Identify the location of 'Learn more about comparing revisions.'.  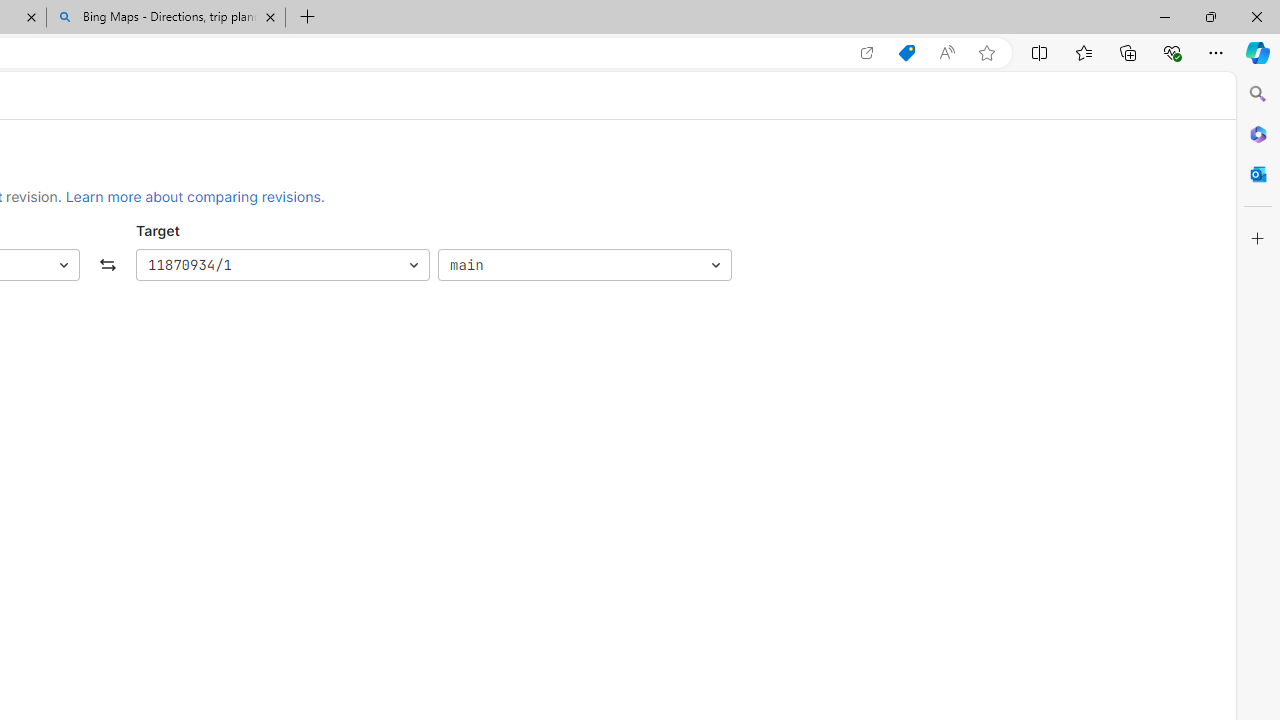
(195, 196).